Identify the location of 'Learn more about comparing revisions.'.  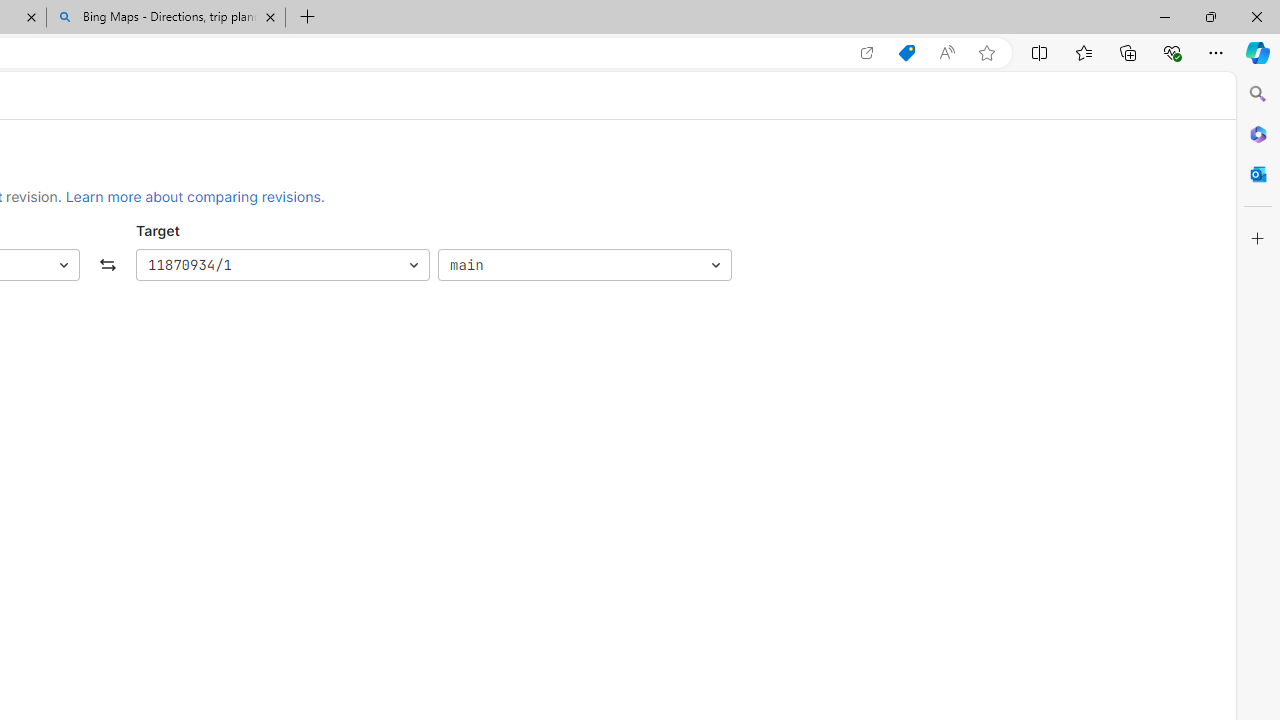
(195, 196).